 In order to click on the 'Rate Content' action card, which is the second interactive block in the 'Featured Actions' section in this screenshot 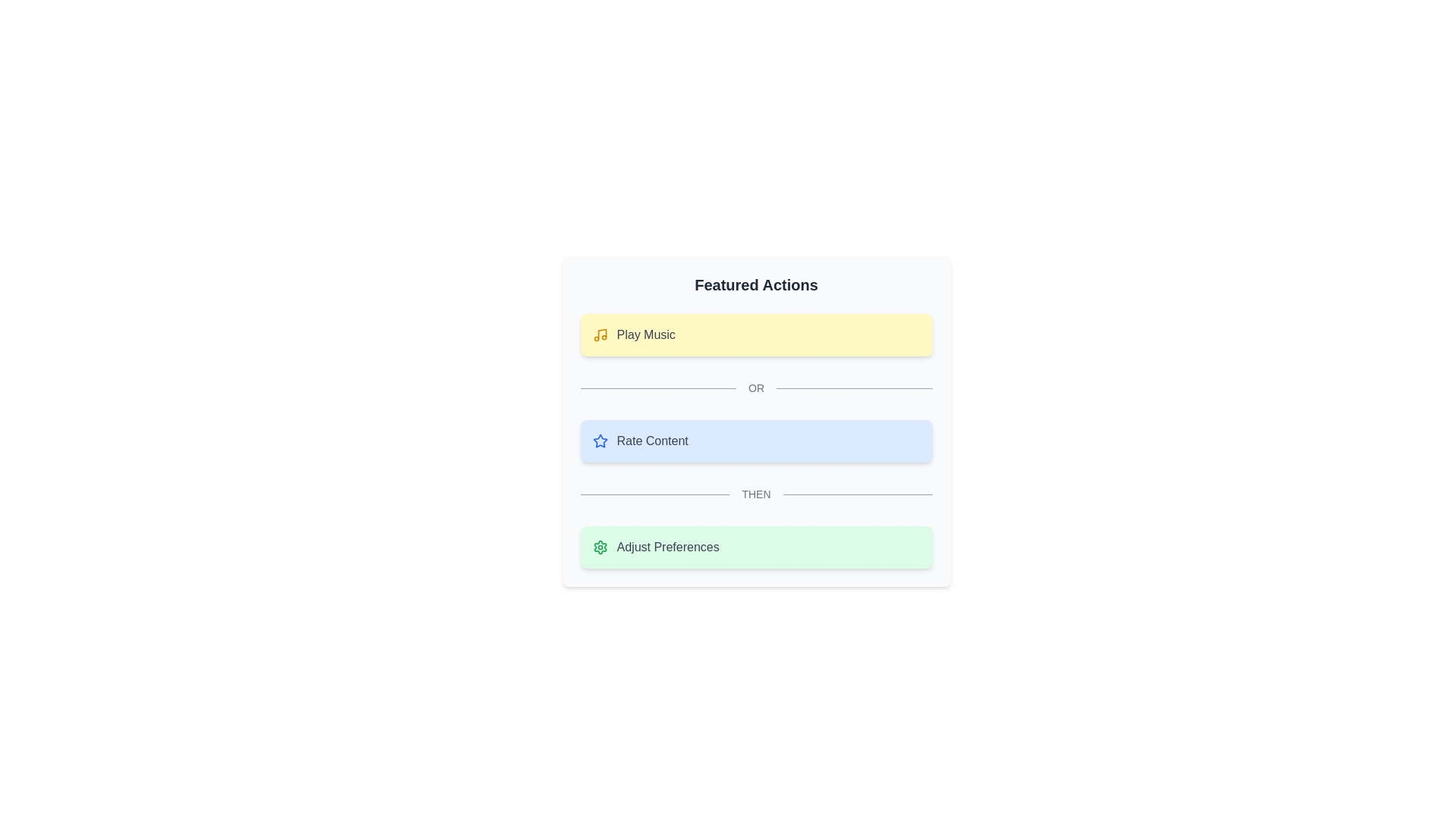, I will do `click(756, 421)`.